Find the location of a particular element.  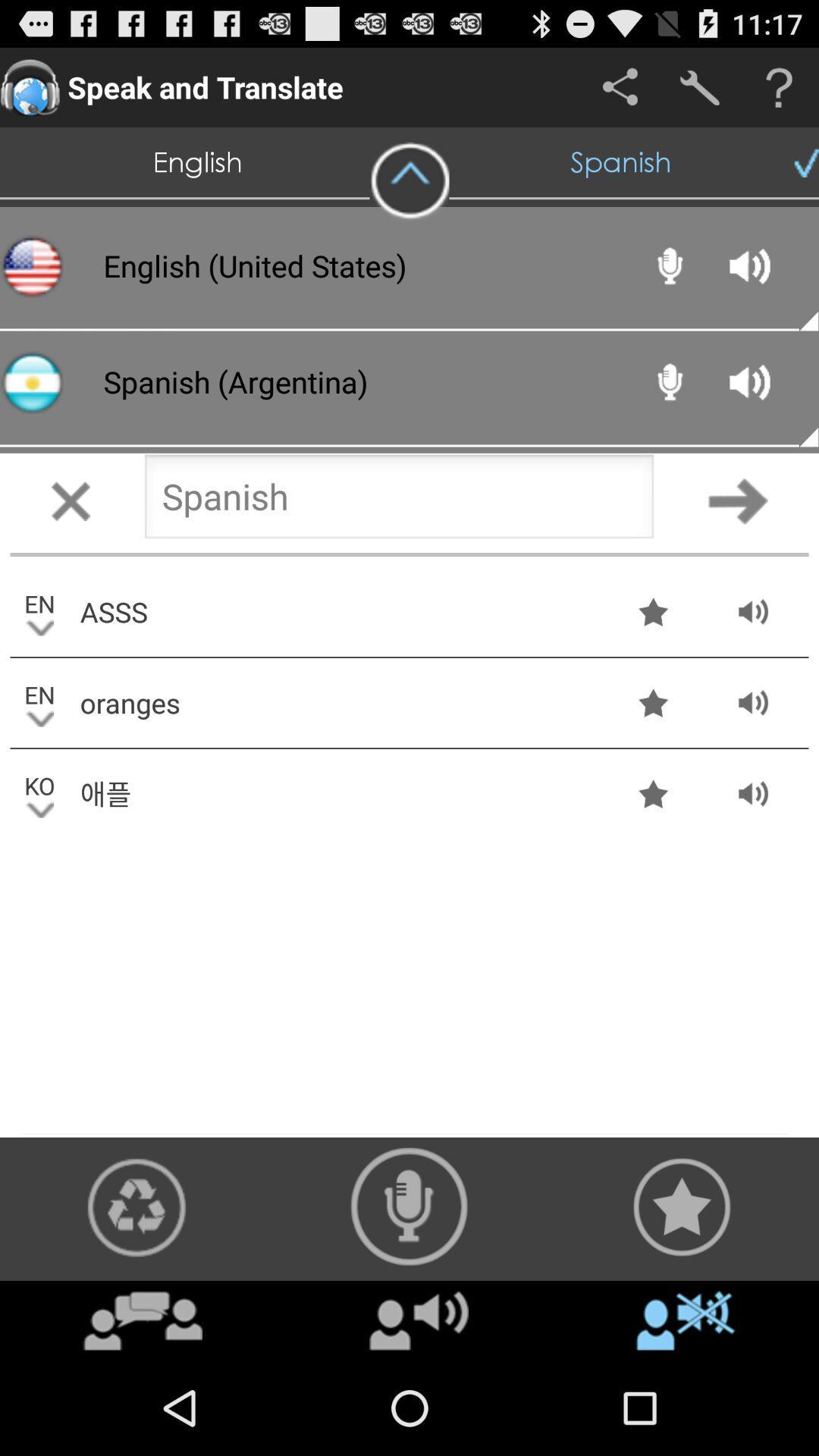

favorite mark is located at coordinates (681, 1206).